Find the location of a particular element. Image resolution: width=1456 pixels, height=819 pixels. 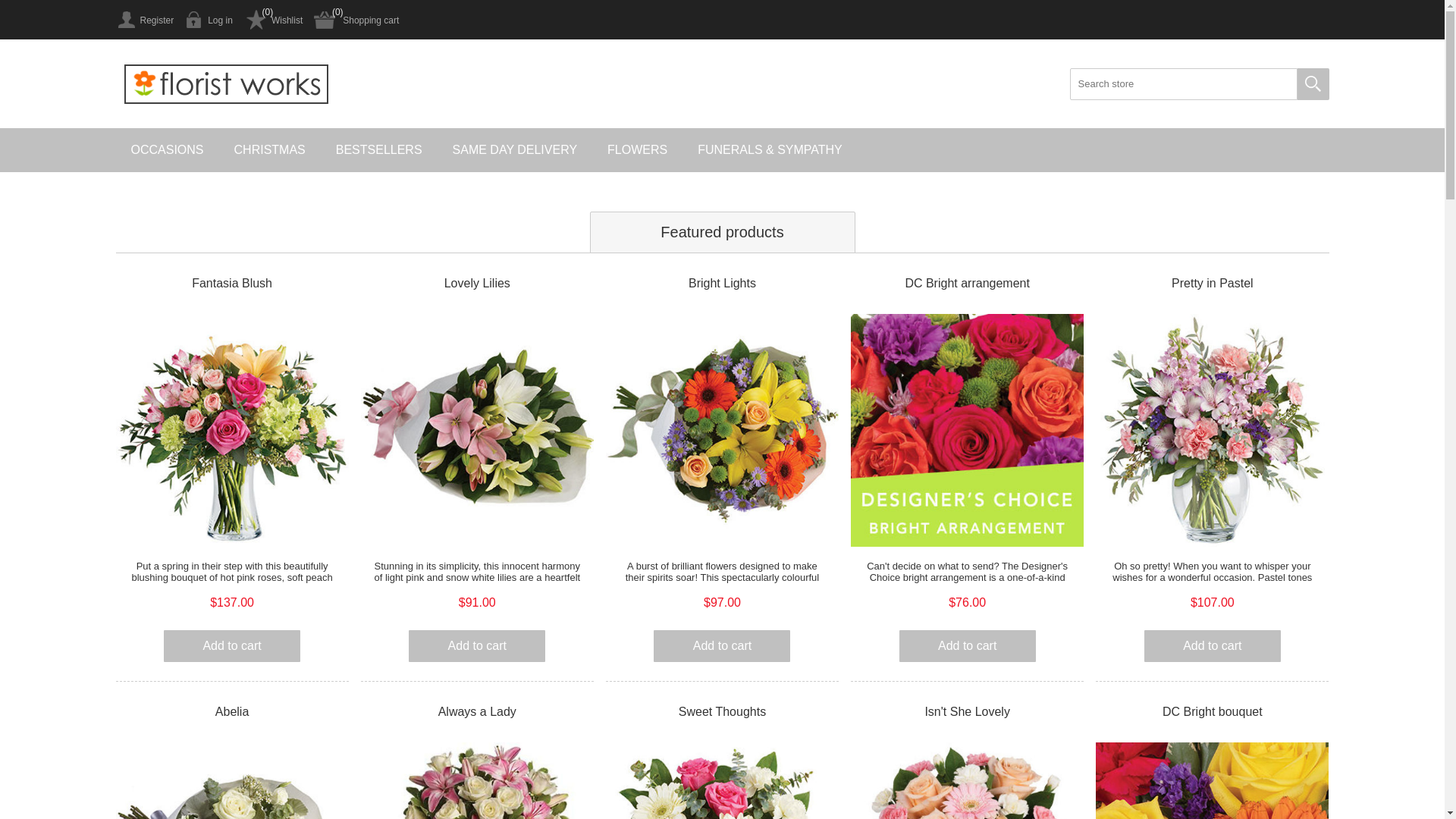

'Shopping cart' is located at coordinates (356, 20).